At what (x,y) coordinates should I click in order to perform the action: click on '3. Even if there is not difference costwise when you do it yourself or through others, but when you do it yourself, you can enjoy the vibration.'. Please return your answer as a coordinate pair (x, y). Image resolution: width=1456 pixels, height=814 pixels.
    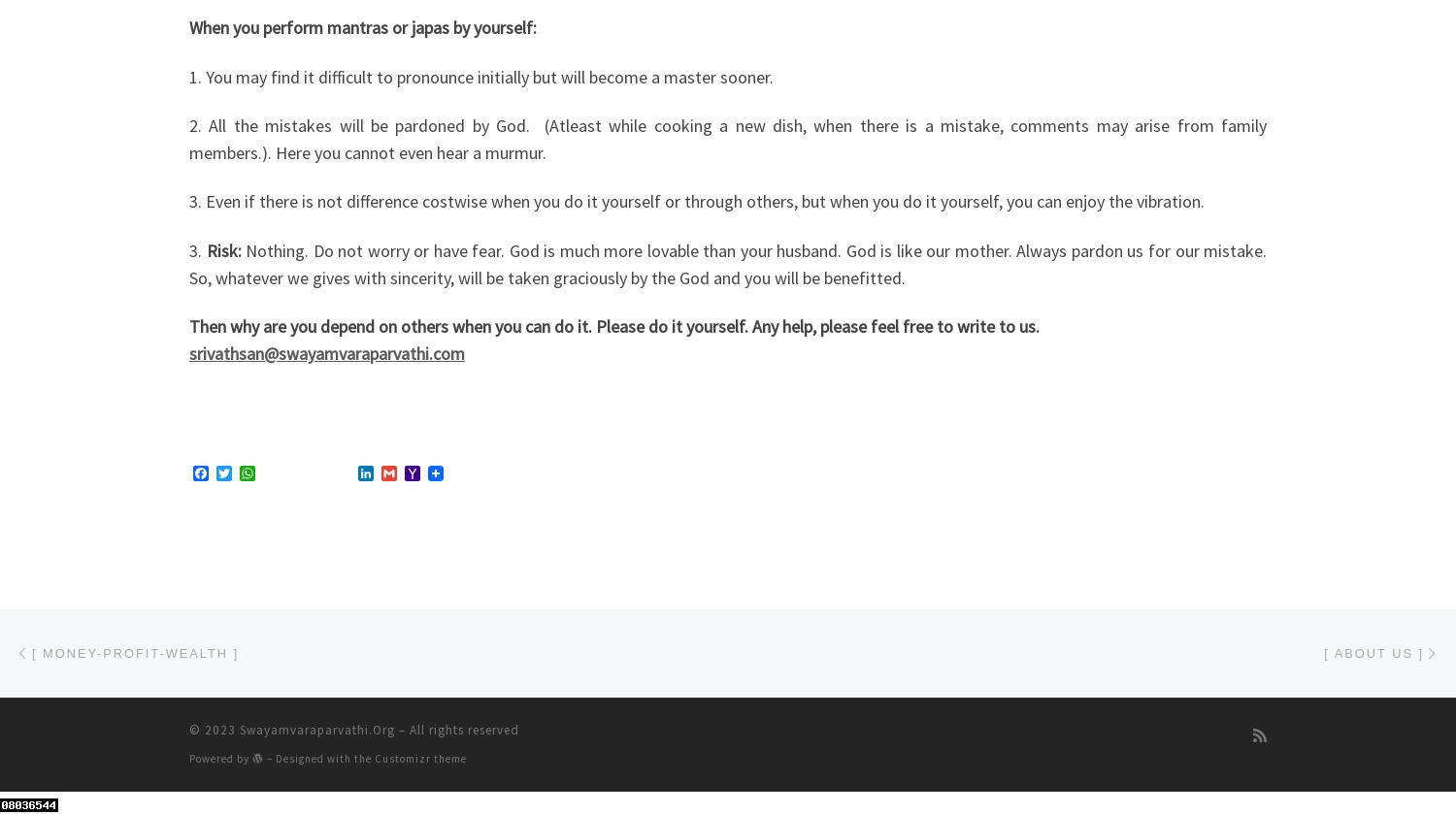
    Looking at the image, I should click on (696, 201).